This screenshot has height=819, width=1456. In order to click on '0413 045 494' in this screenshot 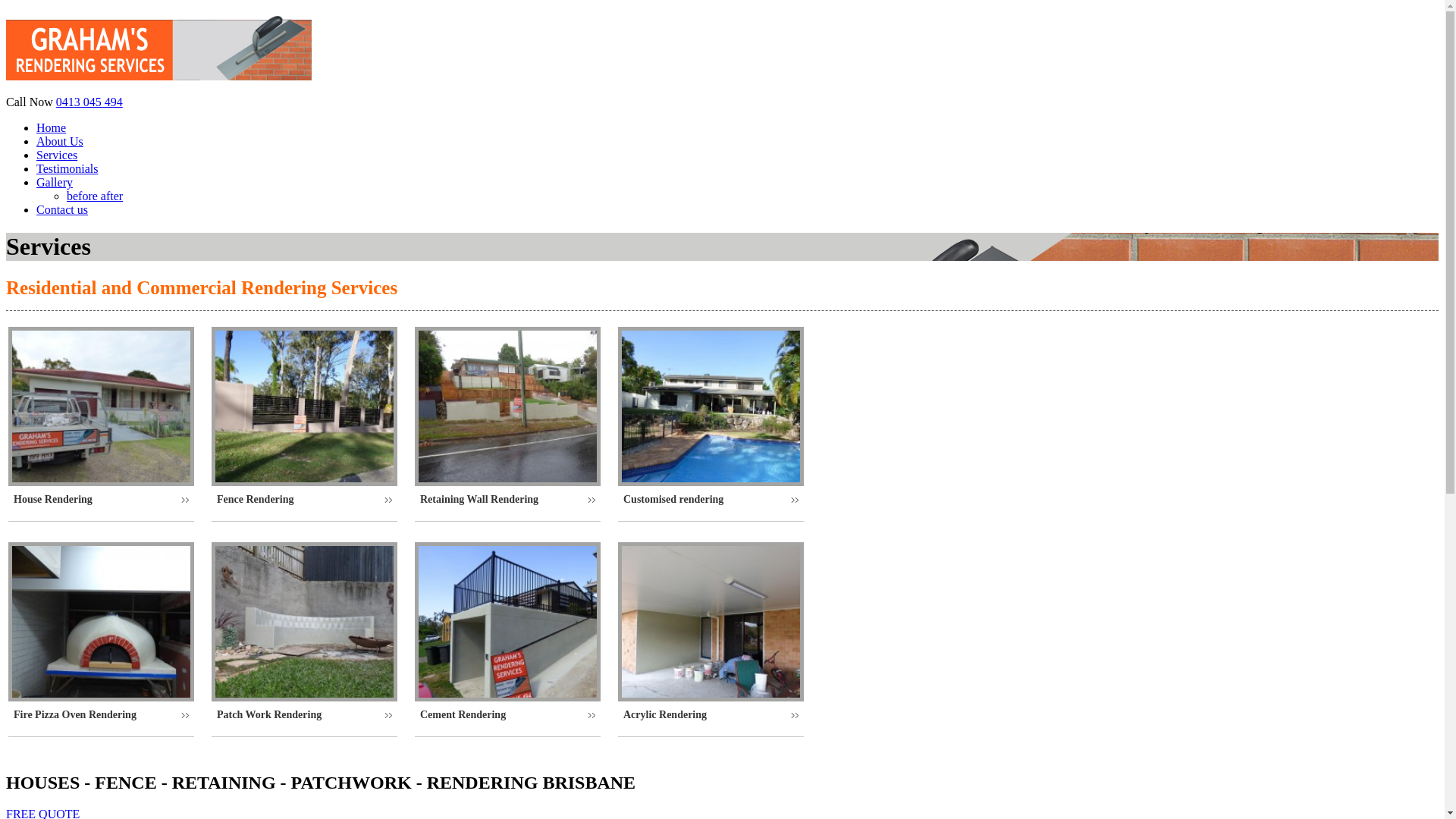, I will do `click(55, 102)`.